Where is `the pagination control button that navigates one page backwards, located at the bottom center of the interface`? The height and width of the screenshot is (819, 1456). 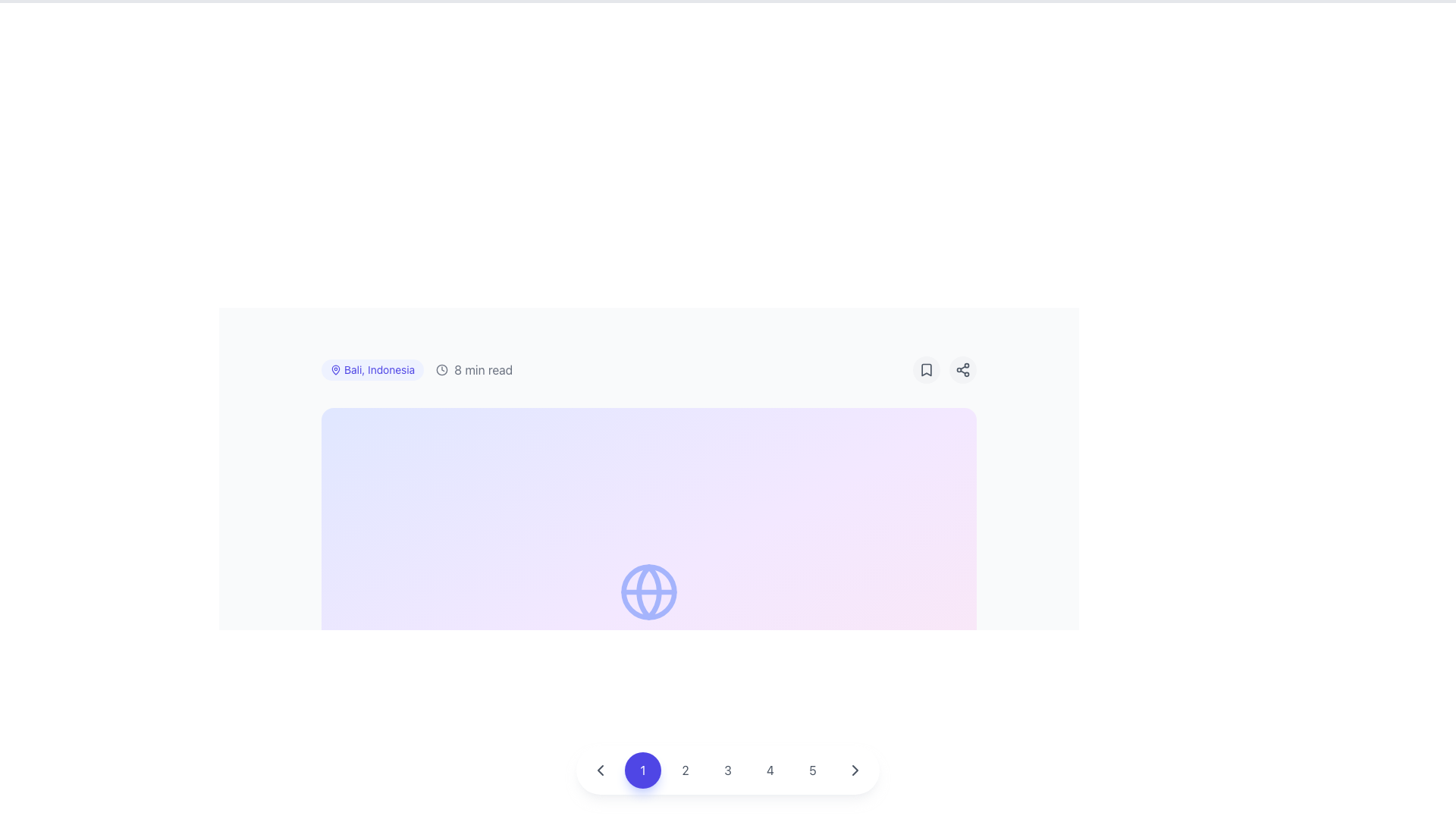
the pagination control button that navigates one page backwards, located at the bottom center of the interface is located at coordinates (600, 770).